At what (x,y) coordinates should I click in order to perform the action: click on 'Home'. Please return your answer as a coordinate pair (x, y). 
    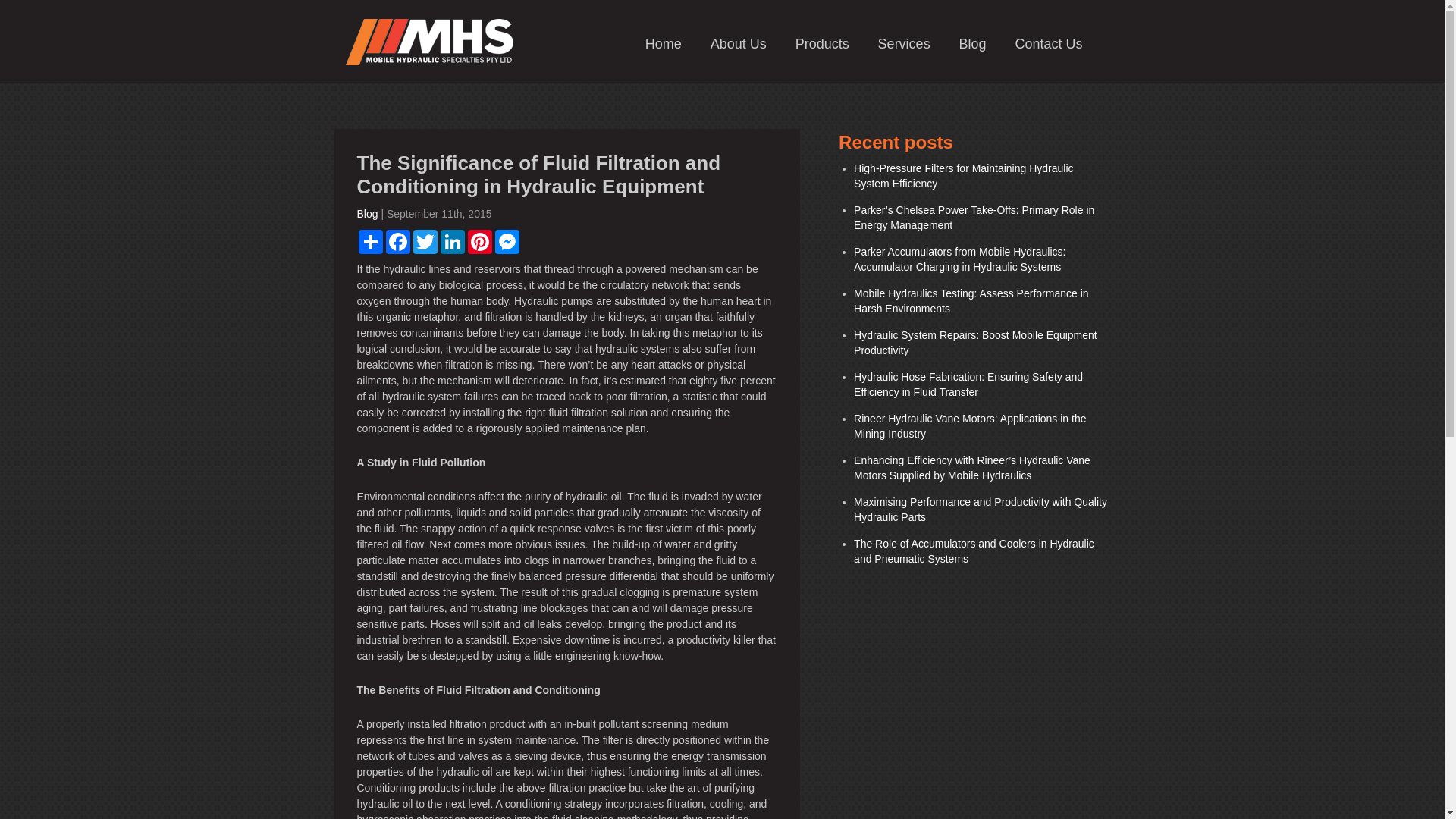
    Looking at the image, I should click on (663, 42).